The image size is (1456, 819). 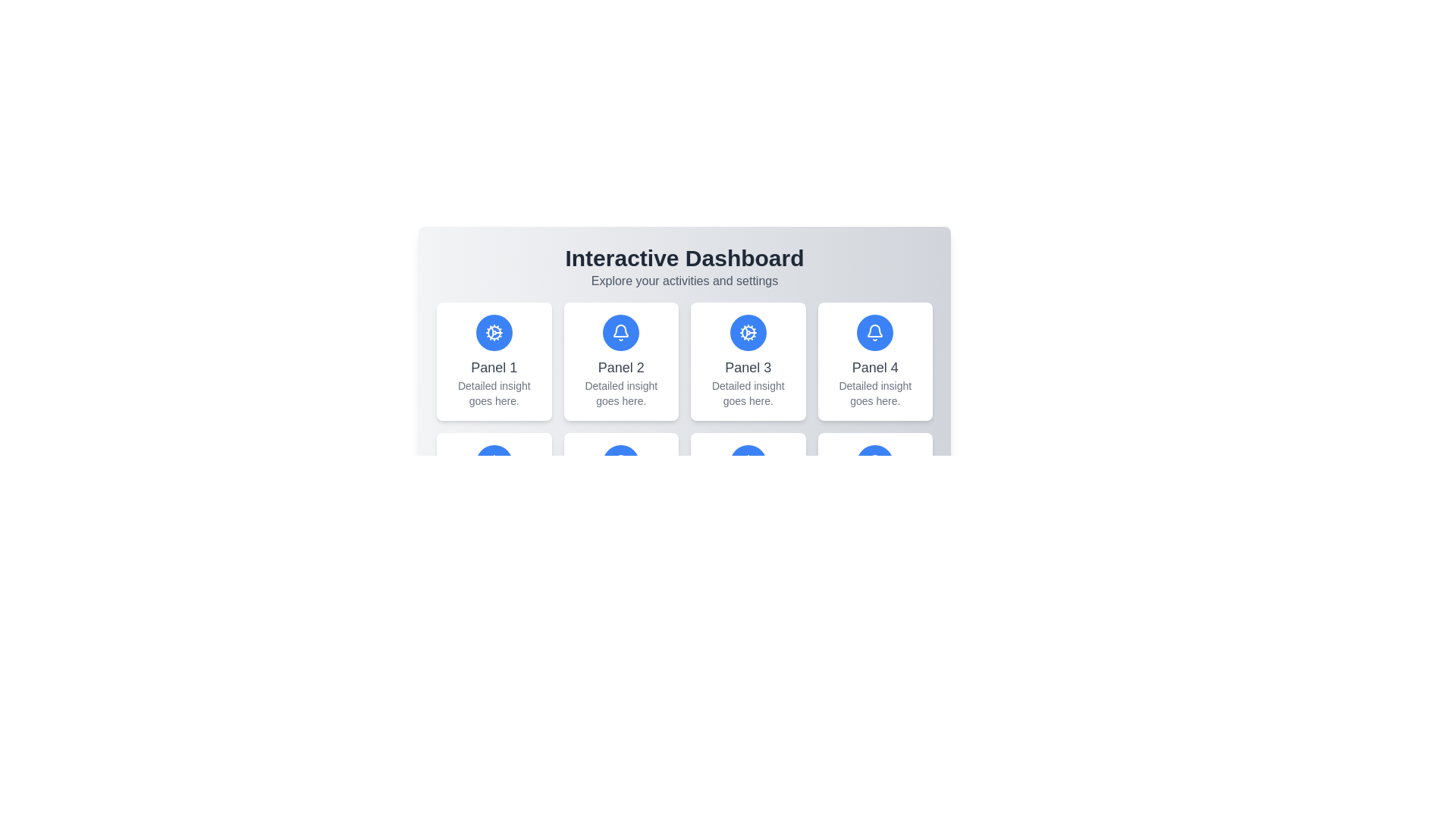 I want to click on the circular button with a blue background and a white cogwheel icon located at the upper portion of 'Panel 7', so click(x=748, y=462).